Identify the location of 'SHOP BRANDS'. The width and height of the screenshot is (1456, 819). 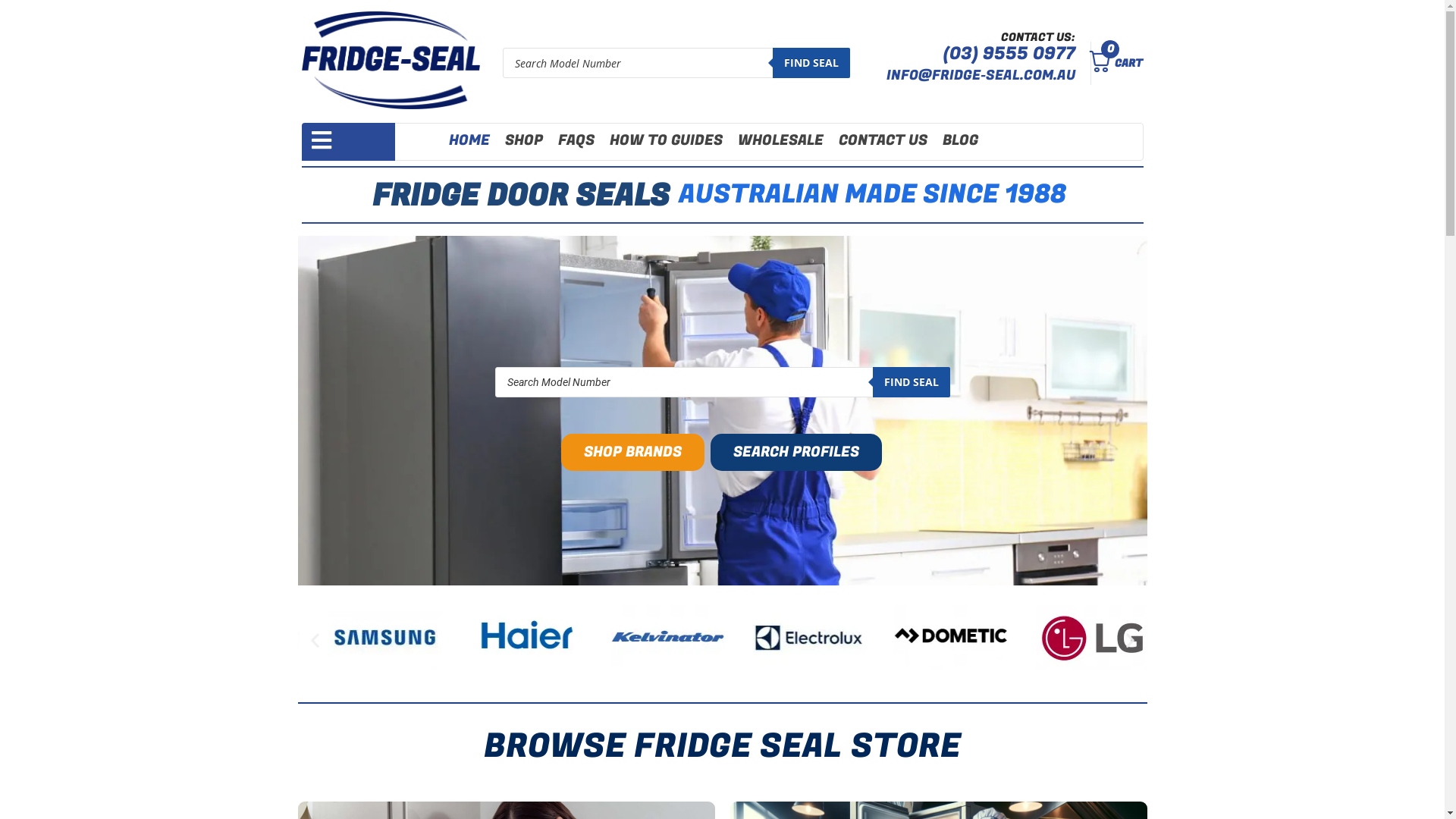
(632, 451).